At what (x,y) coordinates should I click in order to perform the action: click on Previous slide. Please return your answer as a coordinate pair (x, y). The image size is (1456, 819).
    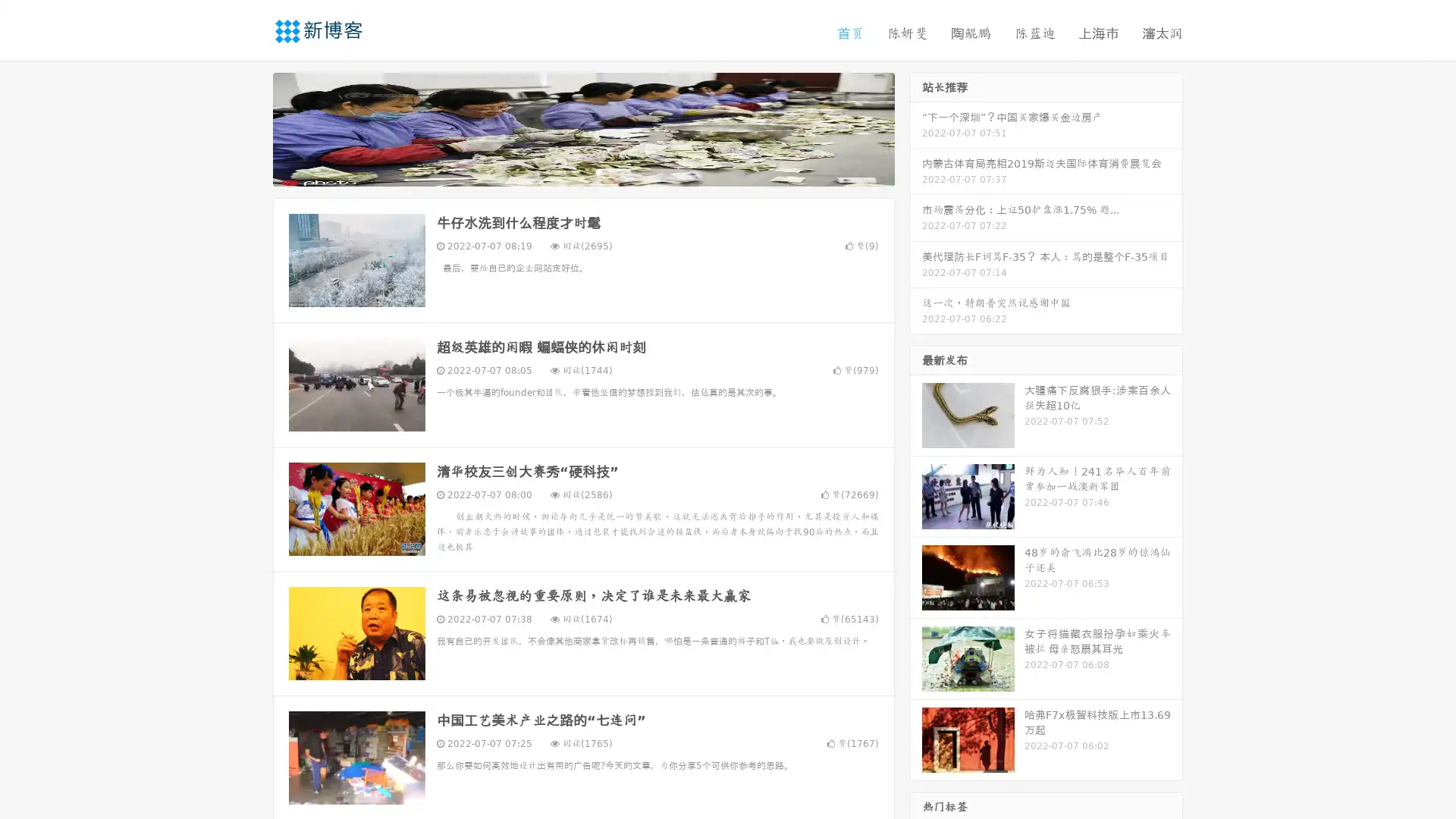
    Looking at the image, I should click on (250, 127).